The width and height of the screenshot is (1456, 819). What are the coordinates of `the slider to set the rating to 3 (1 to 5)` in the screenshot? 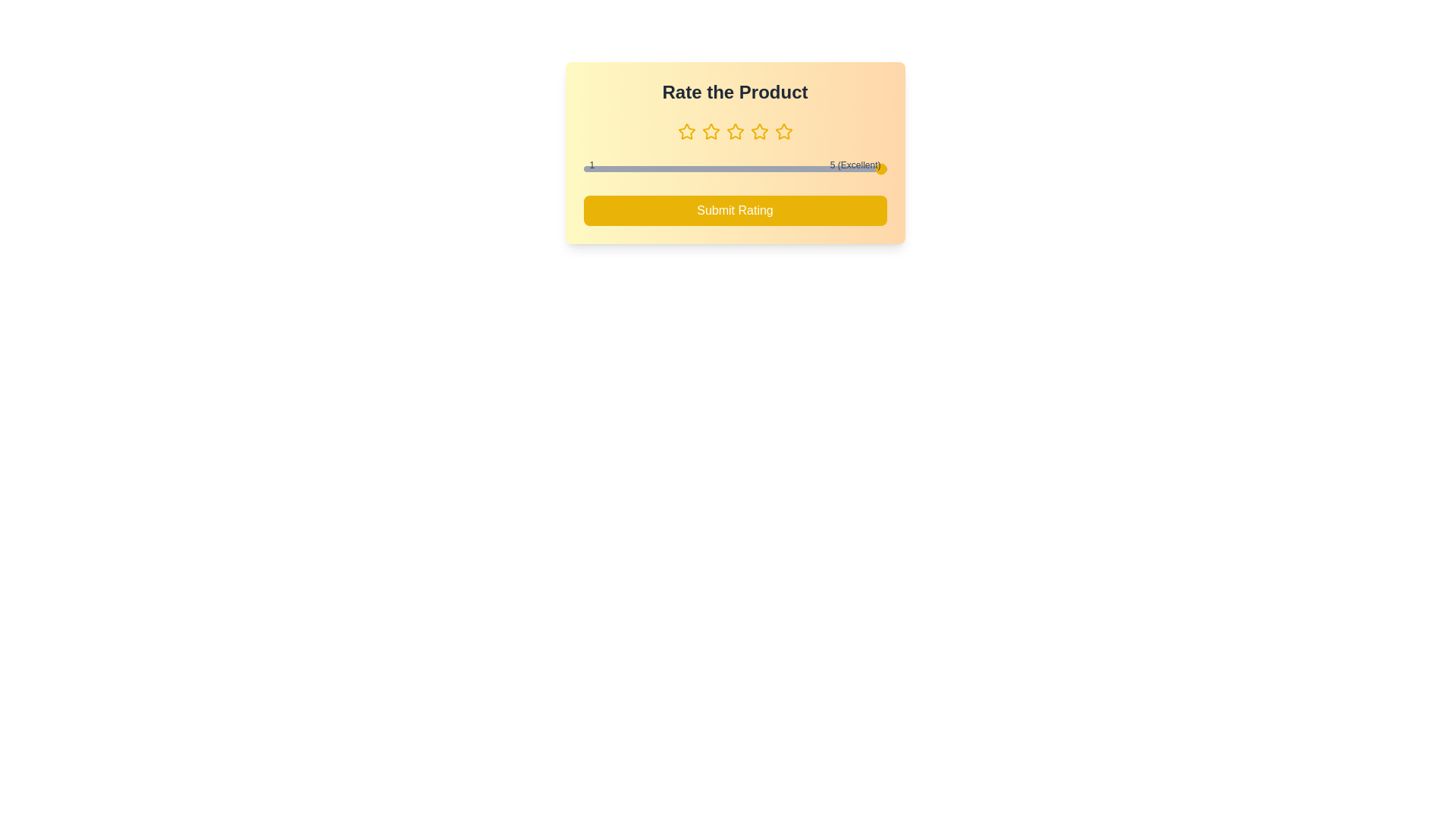 It's located at (735, 169).